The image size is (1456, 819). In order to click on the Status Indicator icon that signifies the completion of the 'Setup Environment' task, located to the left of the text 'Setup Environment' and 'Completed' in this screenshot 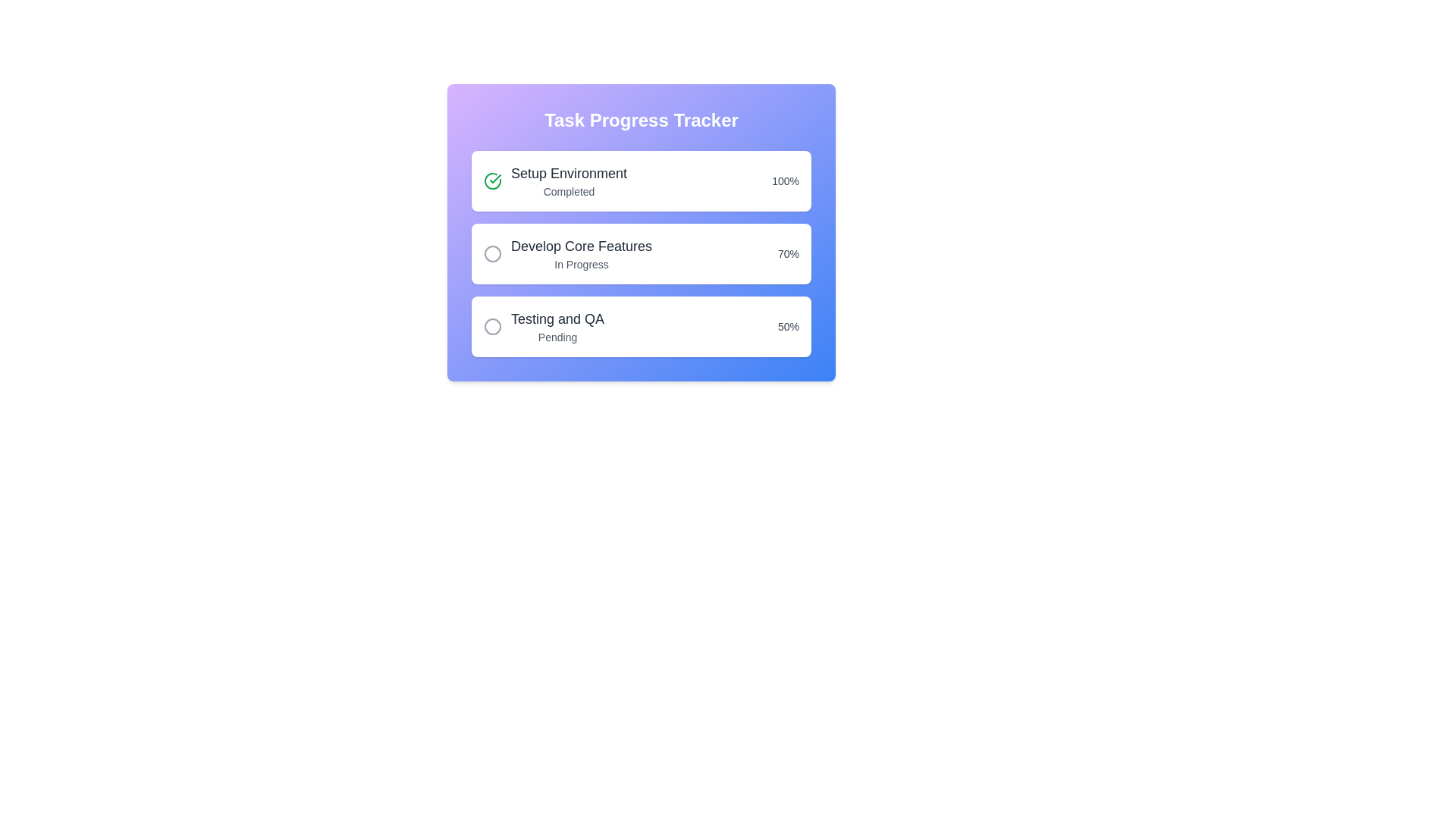, I will do `click(492, 180)`.